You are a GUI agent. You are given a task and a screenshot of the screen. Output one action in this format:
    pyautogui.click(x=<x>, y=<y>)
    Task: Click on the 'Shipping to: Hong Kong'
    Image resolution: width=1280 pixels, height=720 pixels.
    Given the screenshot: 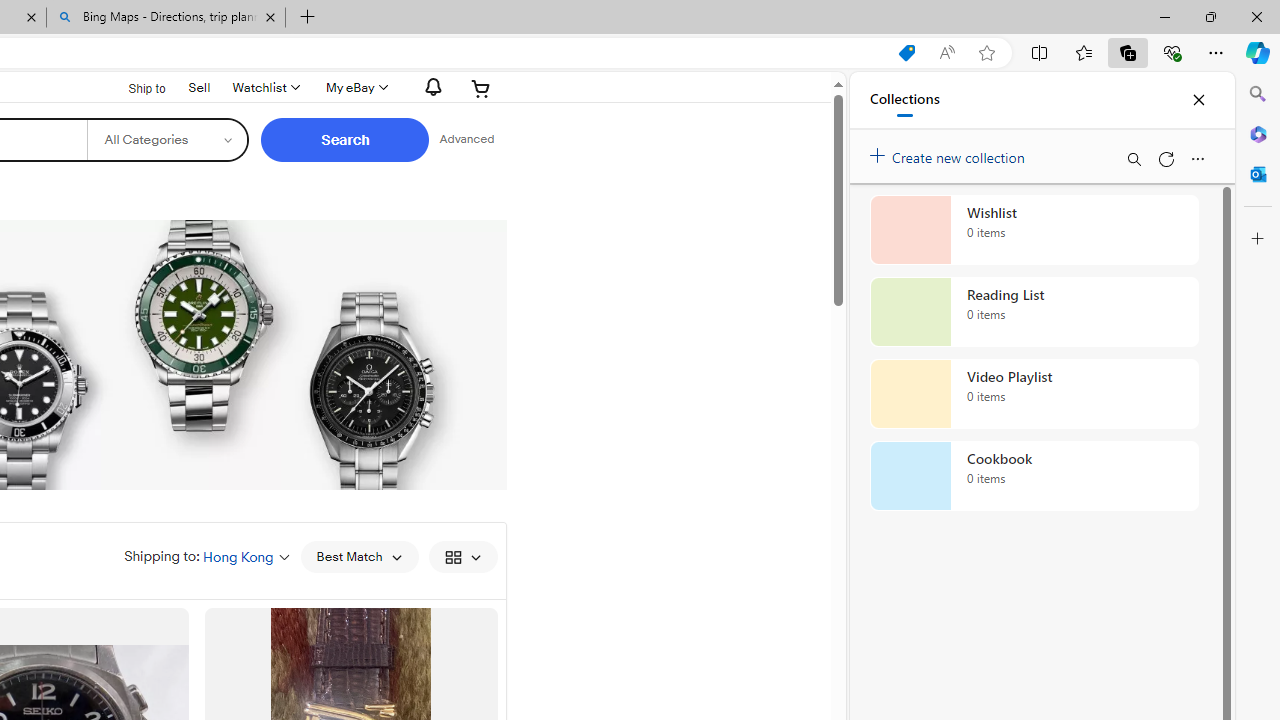 What is the action you would take?
    pyautogui.click(x=207, y=556)
    